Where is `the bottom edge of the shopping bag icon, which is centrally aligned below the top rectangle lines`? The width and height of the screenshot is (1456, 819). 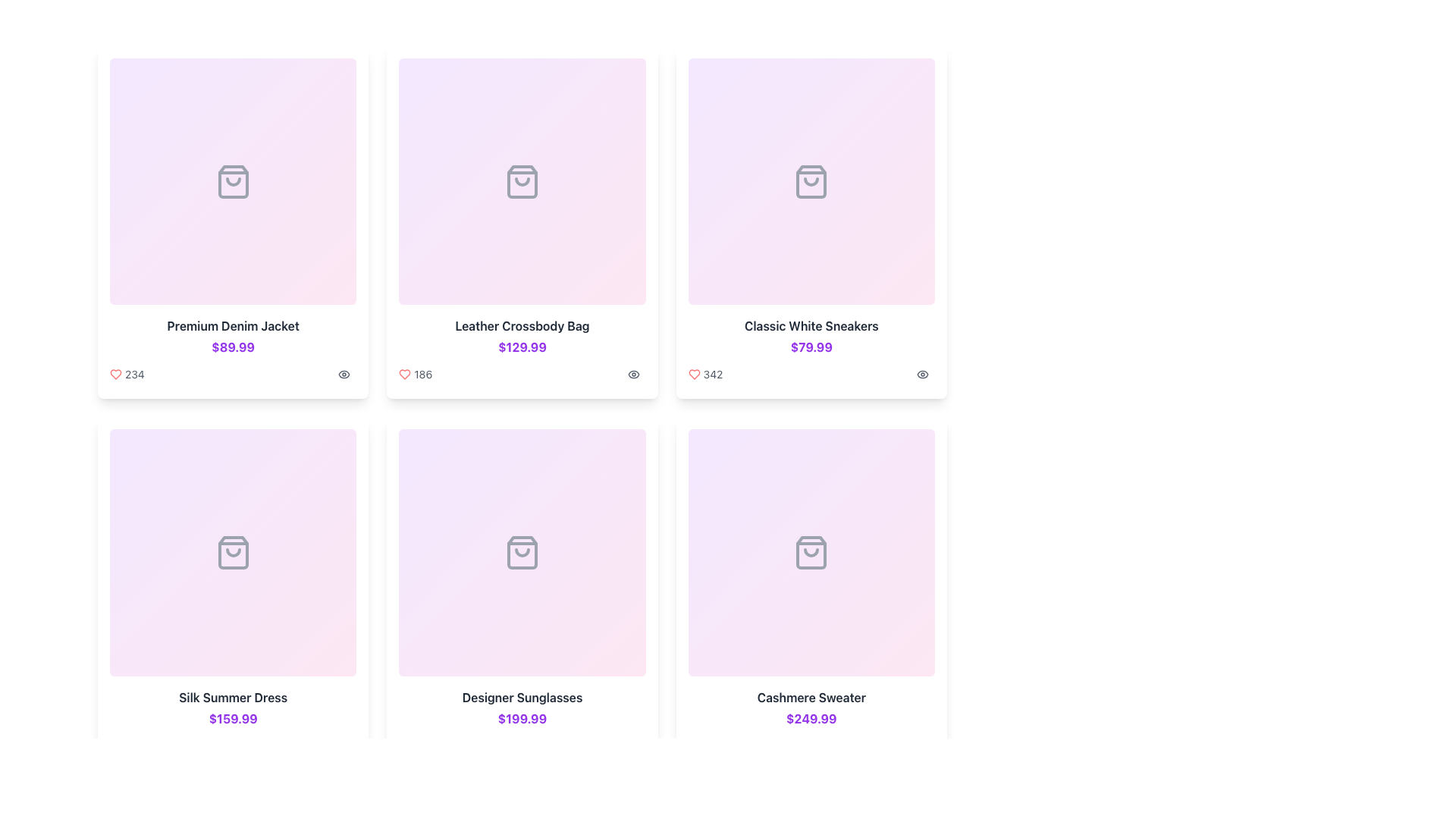 the bottom edge of the shopping bag icon, which is centrally aligned below the top rectangle lines is located at coordinates (232, 553).